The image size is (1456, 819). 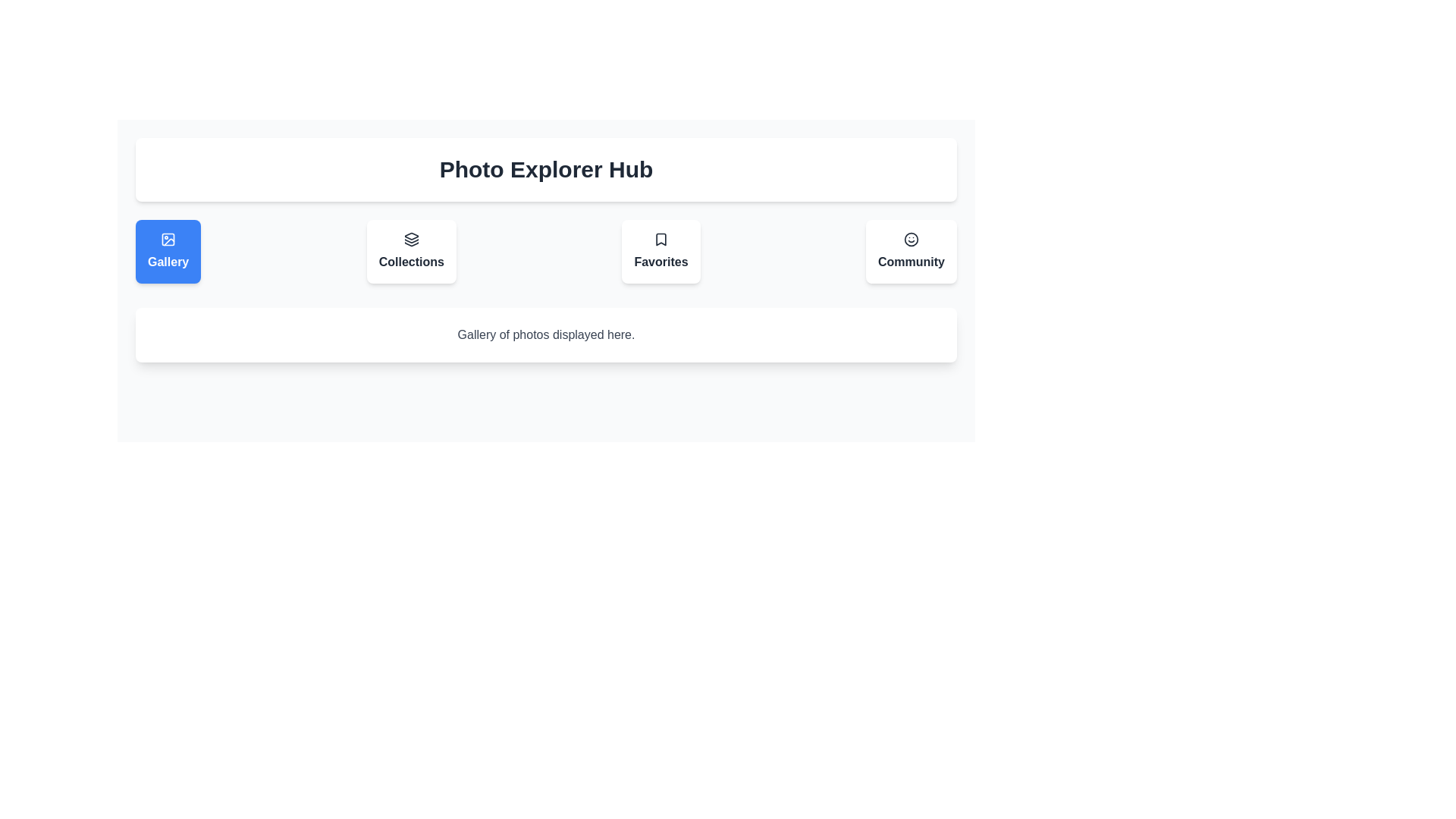 I want to click on the SVG icon shaped like a bookmark, which is located within the 'Favorites' button on the navigation bar, so click(x=661, y=239).